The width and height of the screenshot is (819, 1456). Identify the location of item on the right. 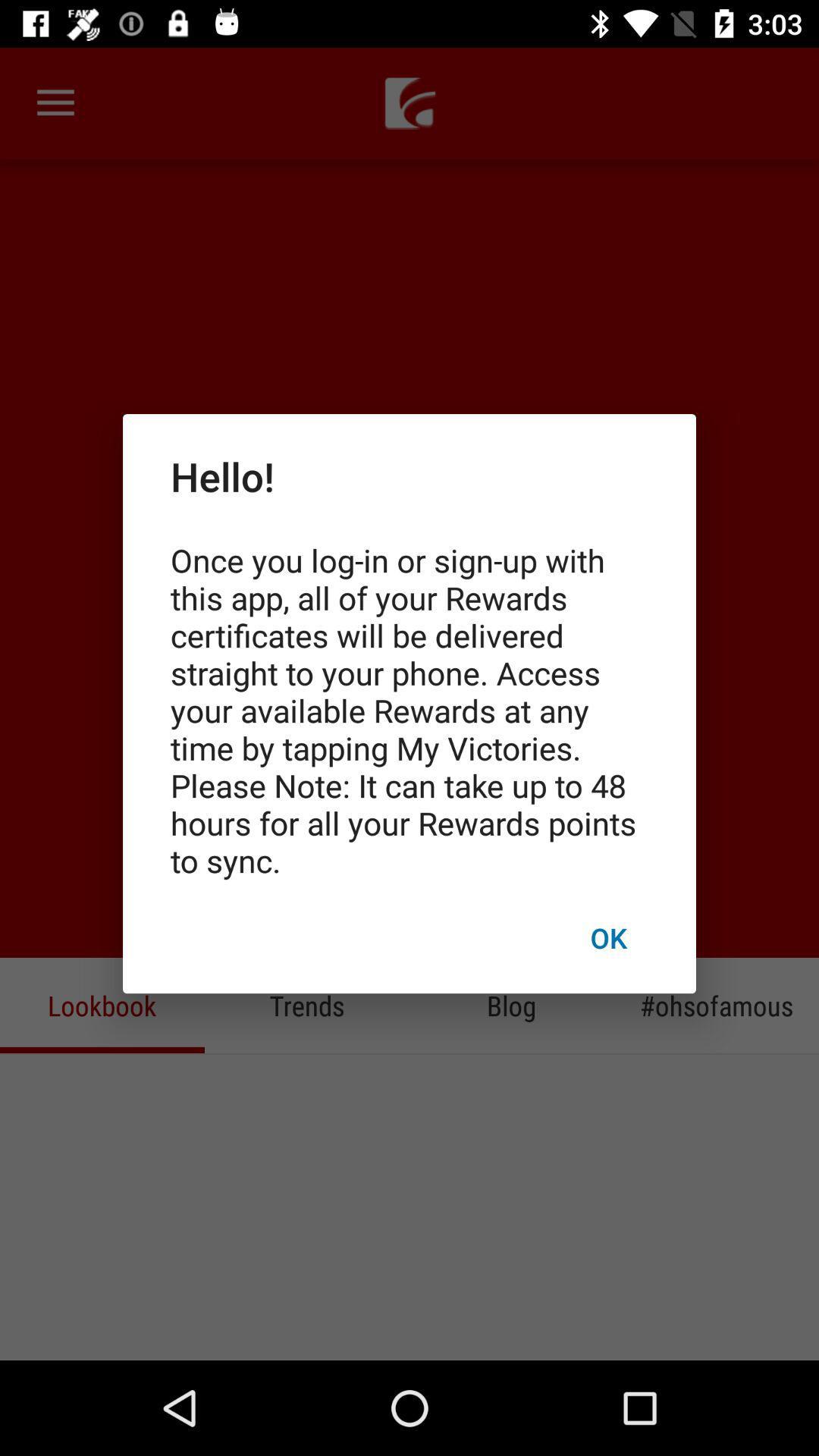
(607, 937).